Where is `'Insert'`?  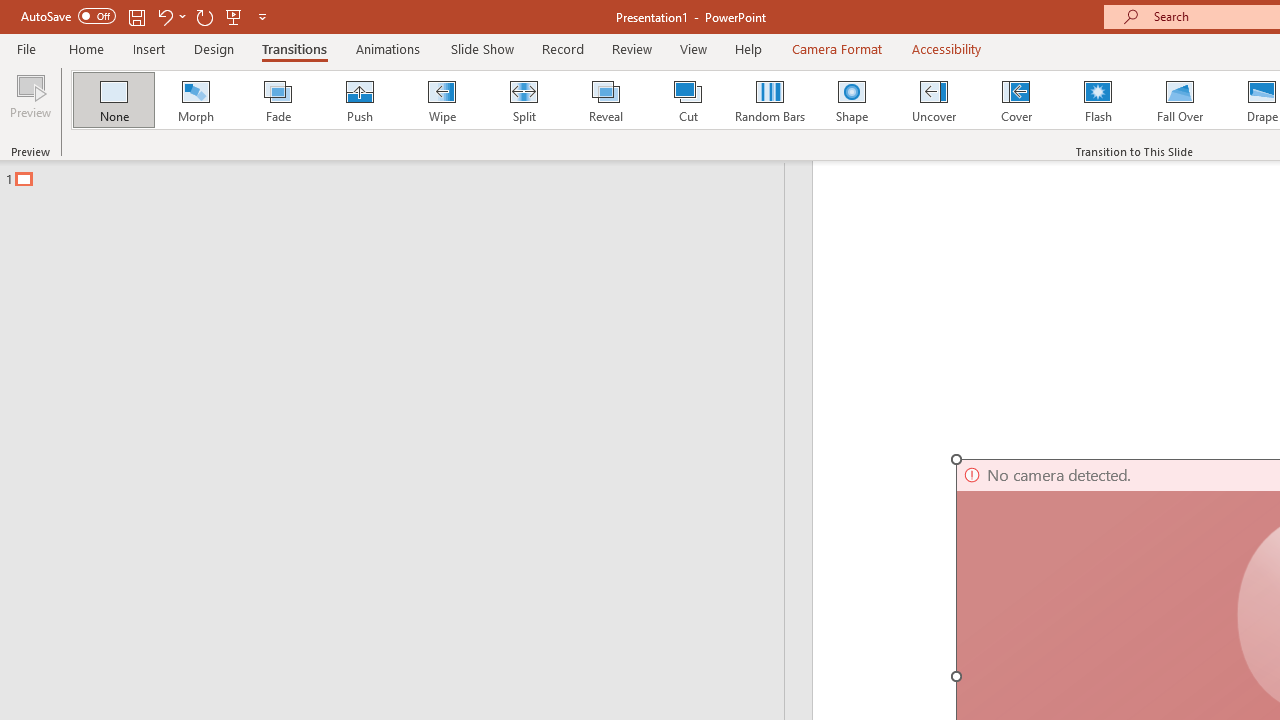 'Insert' is located at coordinates (148, 48).